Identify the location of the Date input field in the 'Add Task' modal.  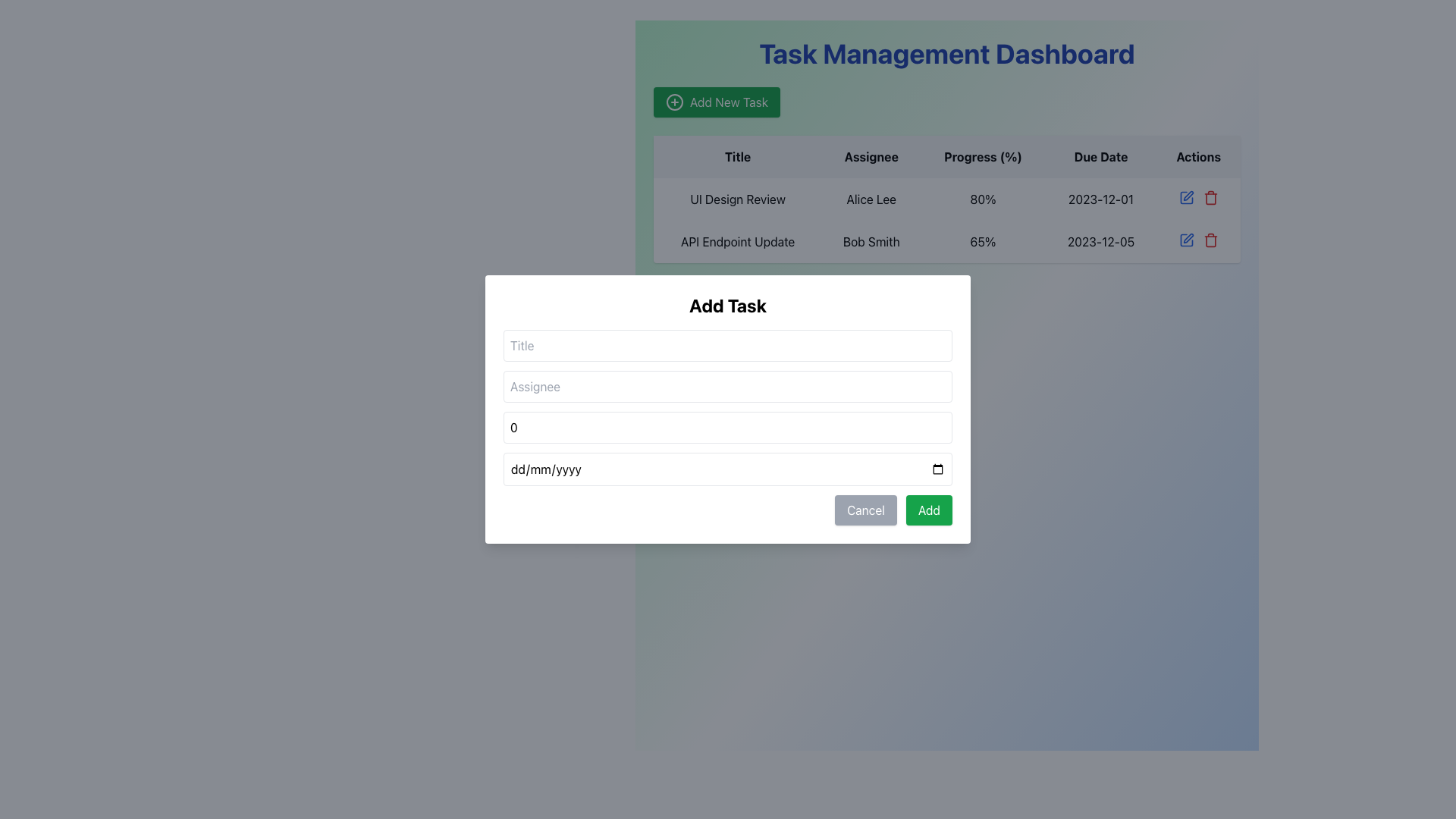
(728, 468).